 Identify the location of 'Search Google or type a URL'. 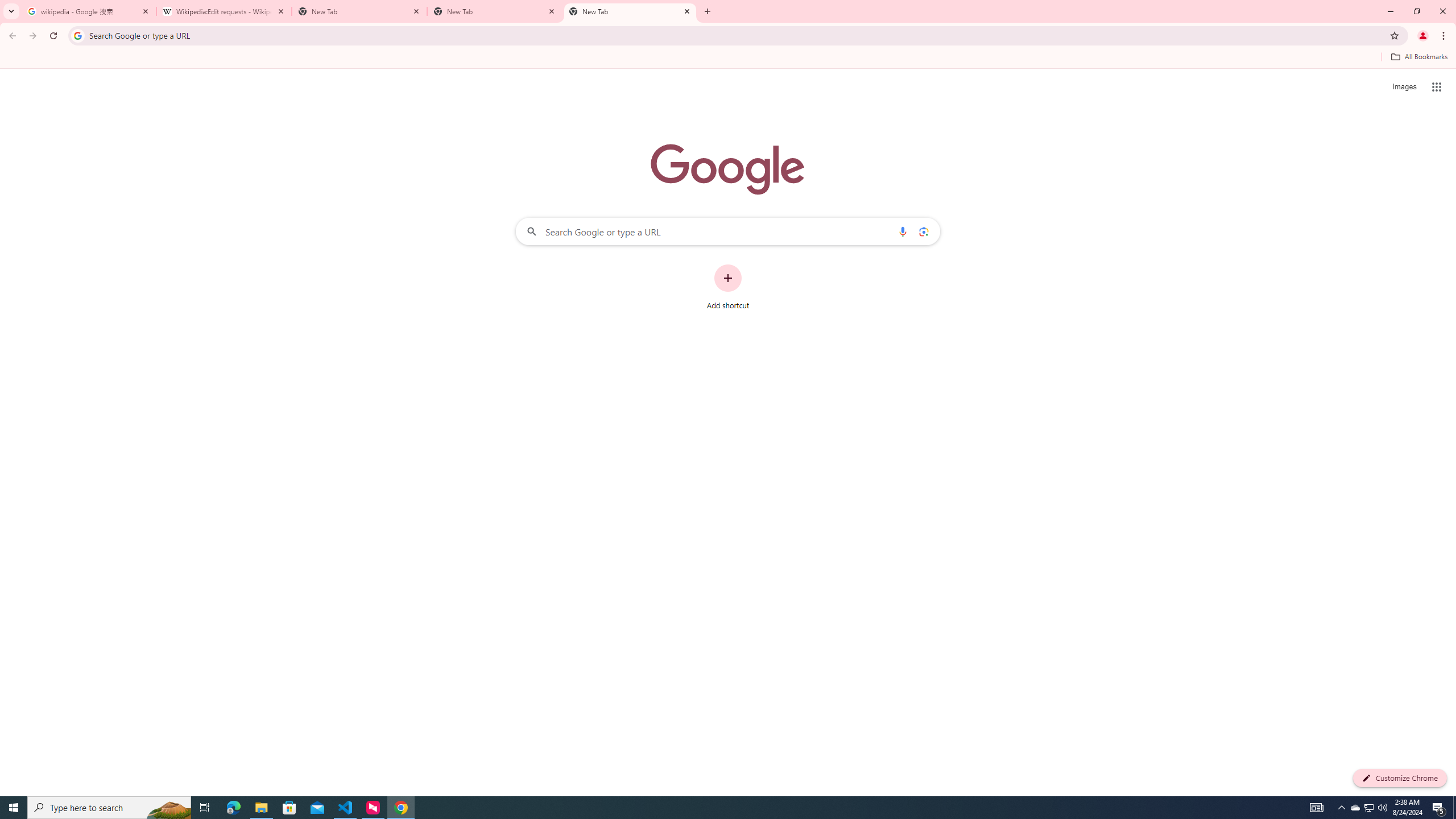
(728, 230).